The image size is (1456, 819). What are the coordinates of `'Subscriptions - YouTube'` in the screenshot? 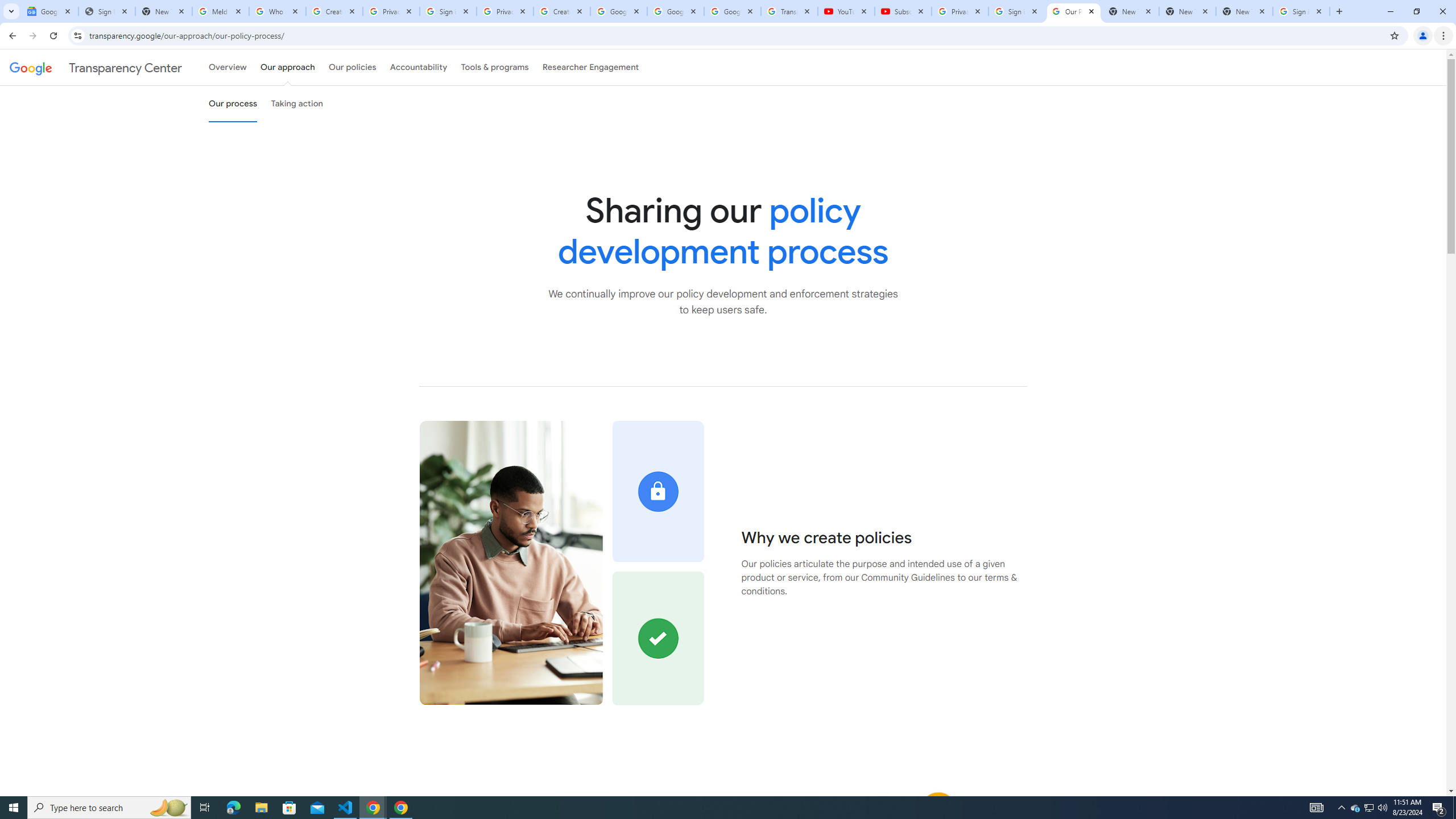 It's located at (902, 11).